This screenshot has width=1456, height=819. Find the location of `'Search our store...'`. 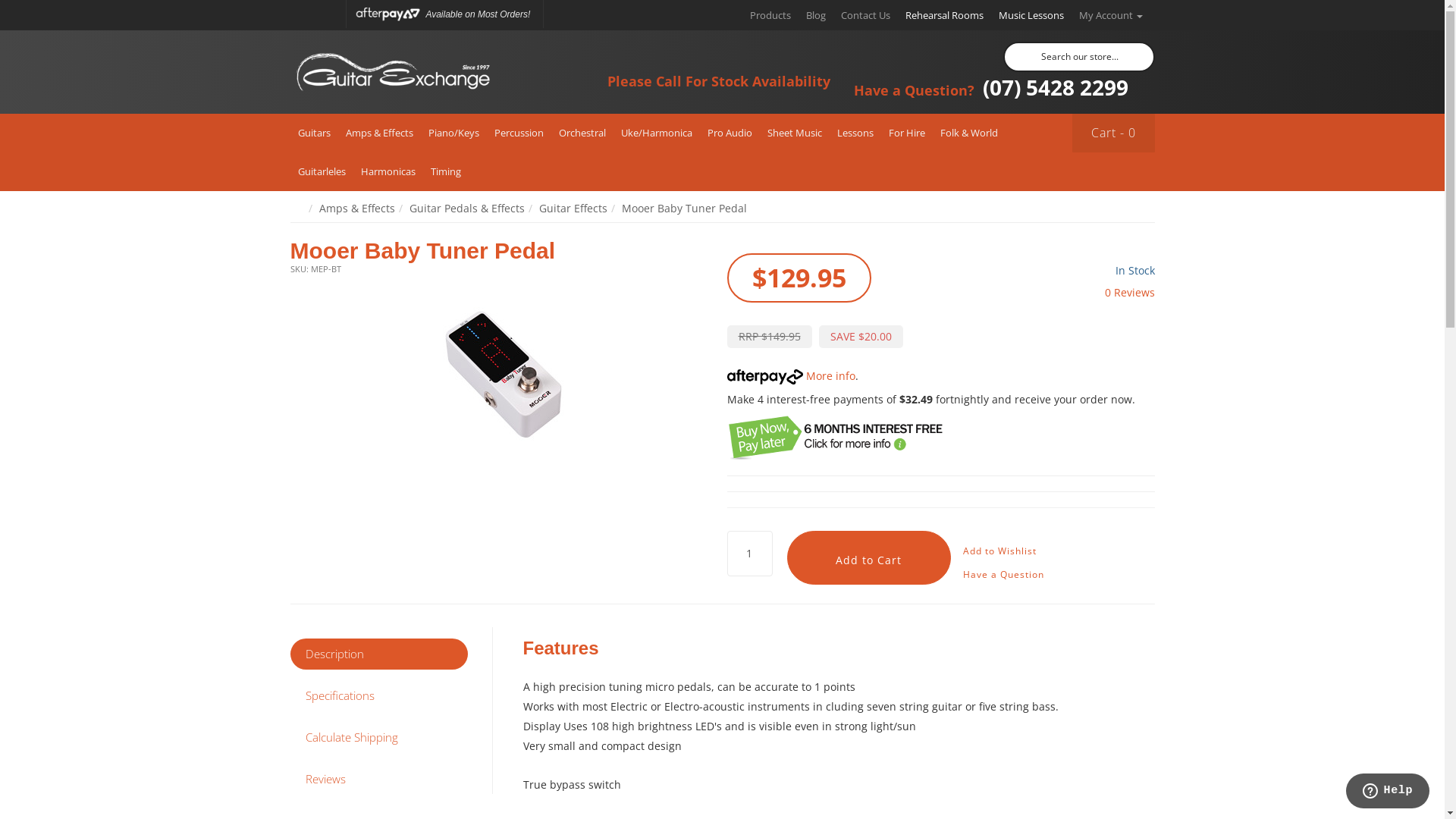

'Search our store...' is located at coordinates (1077, 55).